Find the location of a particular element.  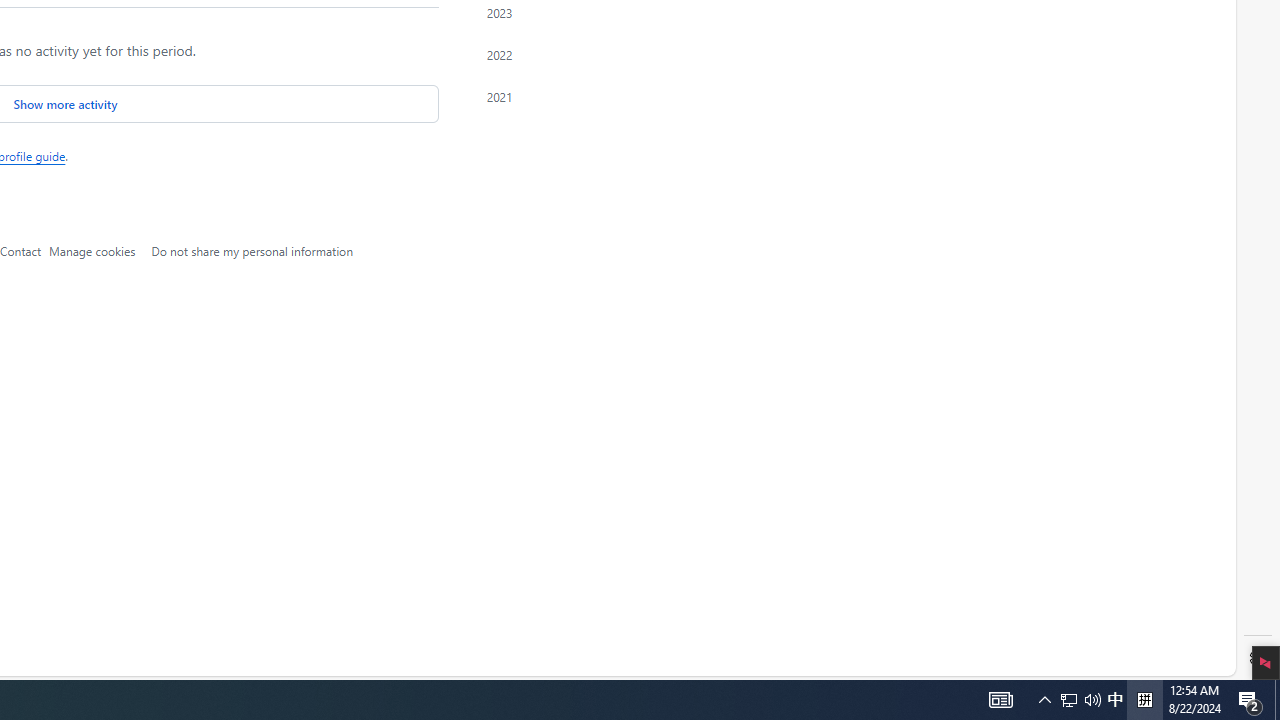

'Do not share my personal information' is located at coordinates (251, 249).